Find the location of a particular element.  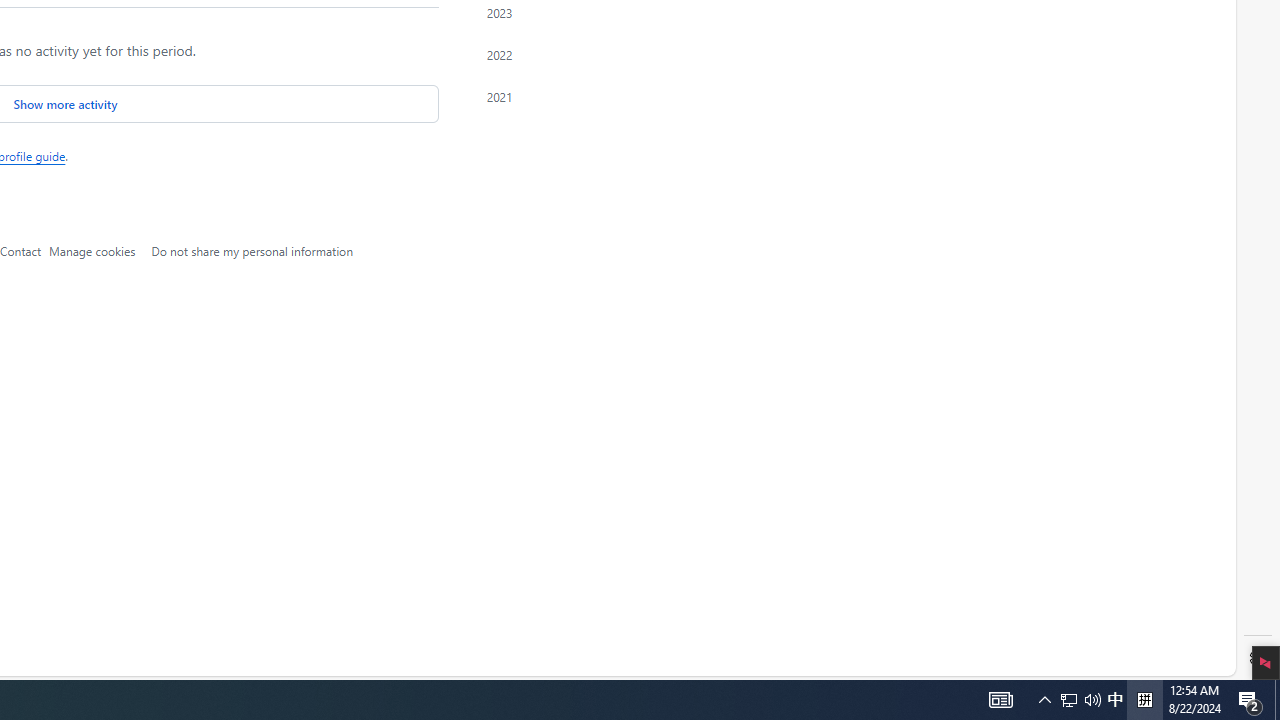

'Do not share my personal information' is located at coordinates (251, 249).